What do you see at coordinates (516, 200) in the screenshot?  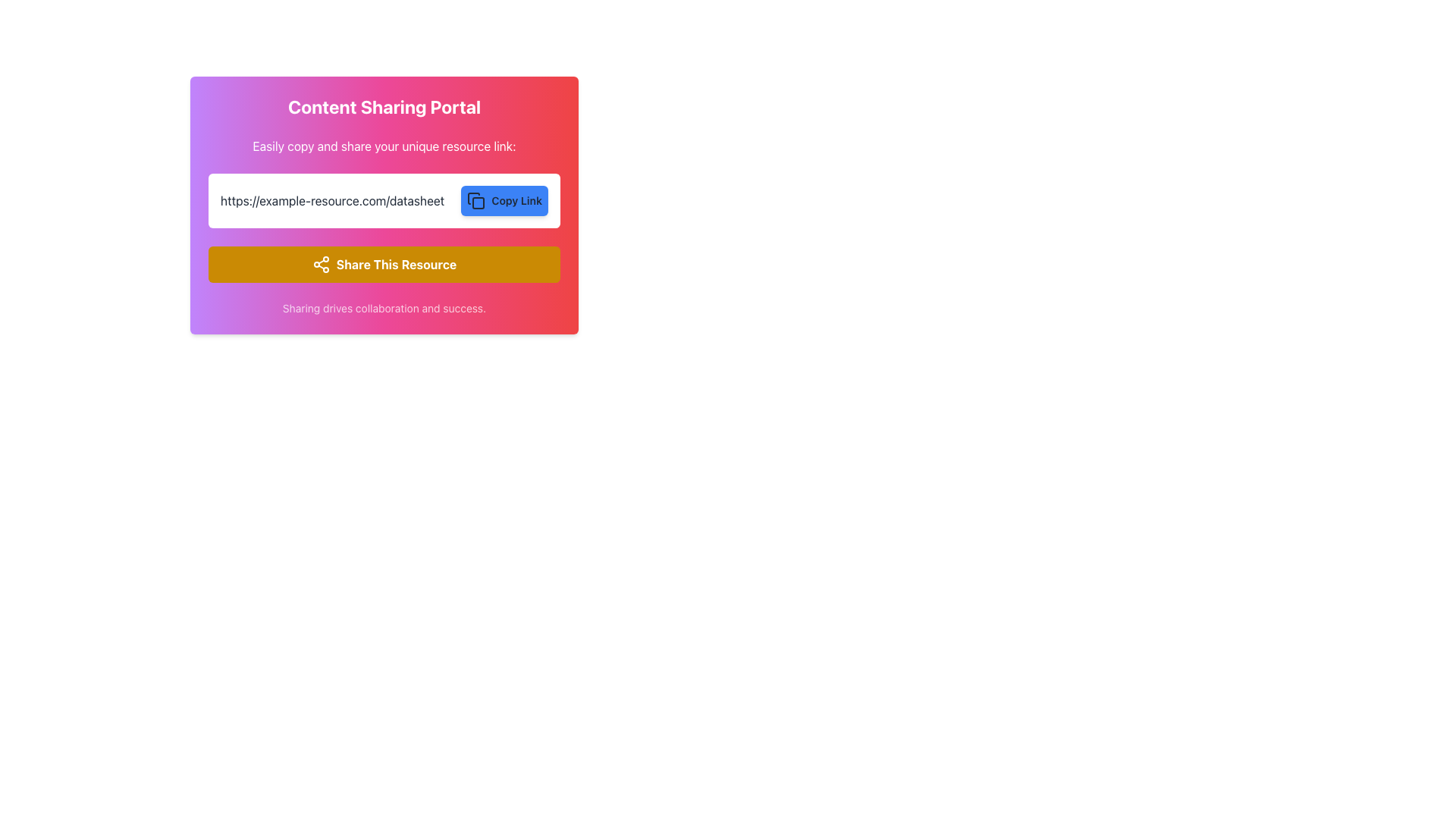 I see `the Text Label inside the blue button labeled 'Copy Link', which indicates the purpose to copy the adjacent link when interacted with` at bounding box center [516, 200].